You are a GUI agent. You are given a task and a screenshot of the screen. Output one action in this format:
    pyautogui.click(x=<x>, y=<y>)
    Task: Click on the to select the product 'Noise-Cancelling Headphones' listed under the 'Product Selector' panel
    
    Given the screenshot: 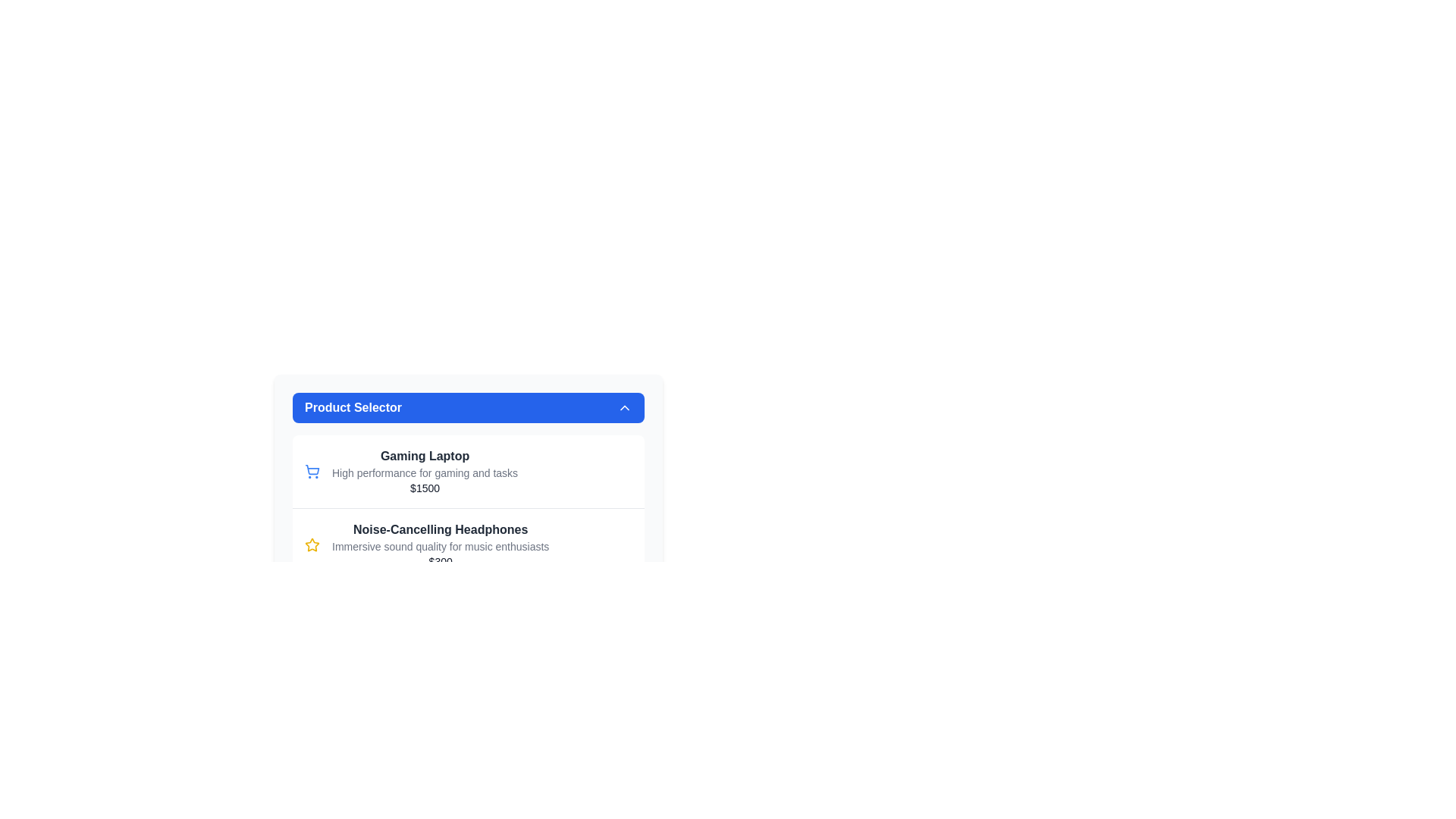 What is the action you would take?
    pyautogui.click(x=468, y=522)
    